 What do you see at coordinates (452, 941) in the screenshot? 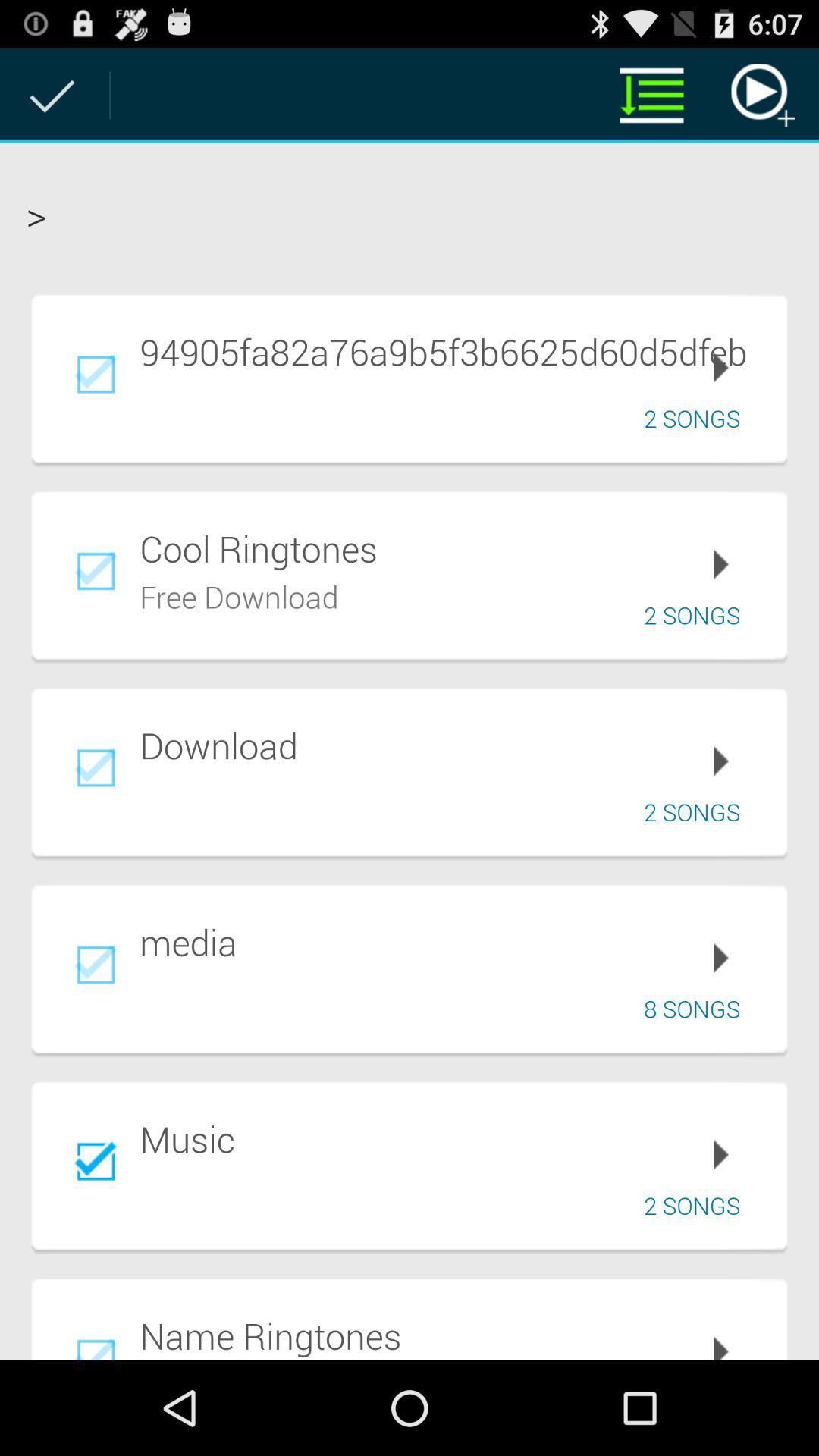
I see `app below the 2 songs icon` at bounding box center [452, 941].